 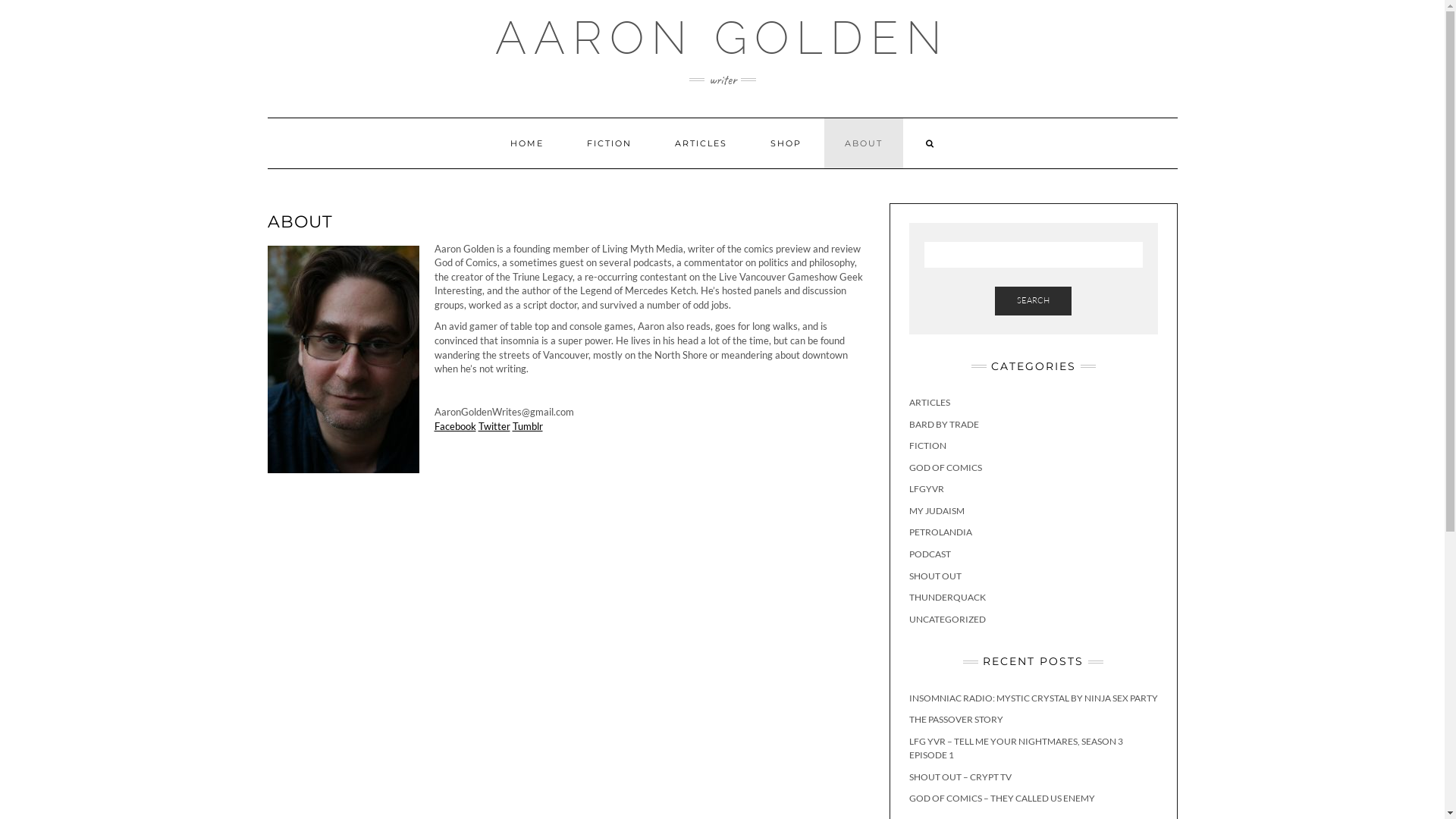 What do you see at coordinates (946, 596) in the screenshot?
I see `'THUNDERQUACK'` at bounding box center [946, 596].